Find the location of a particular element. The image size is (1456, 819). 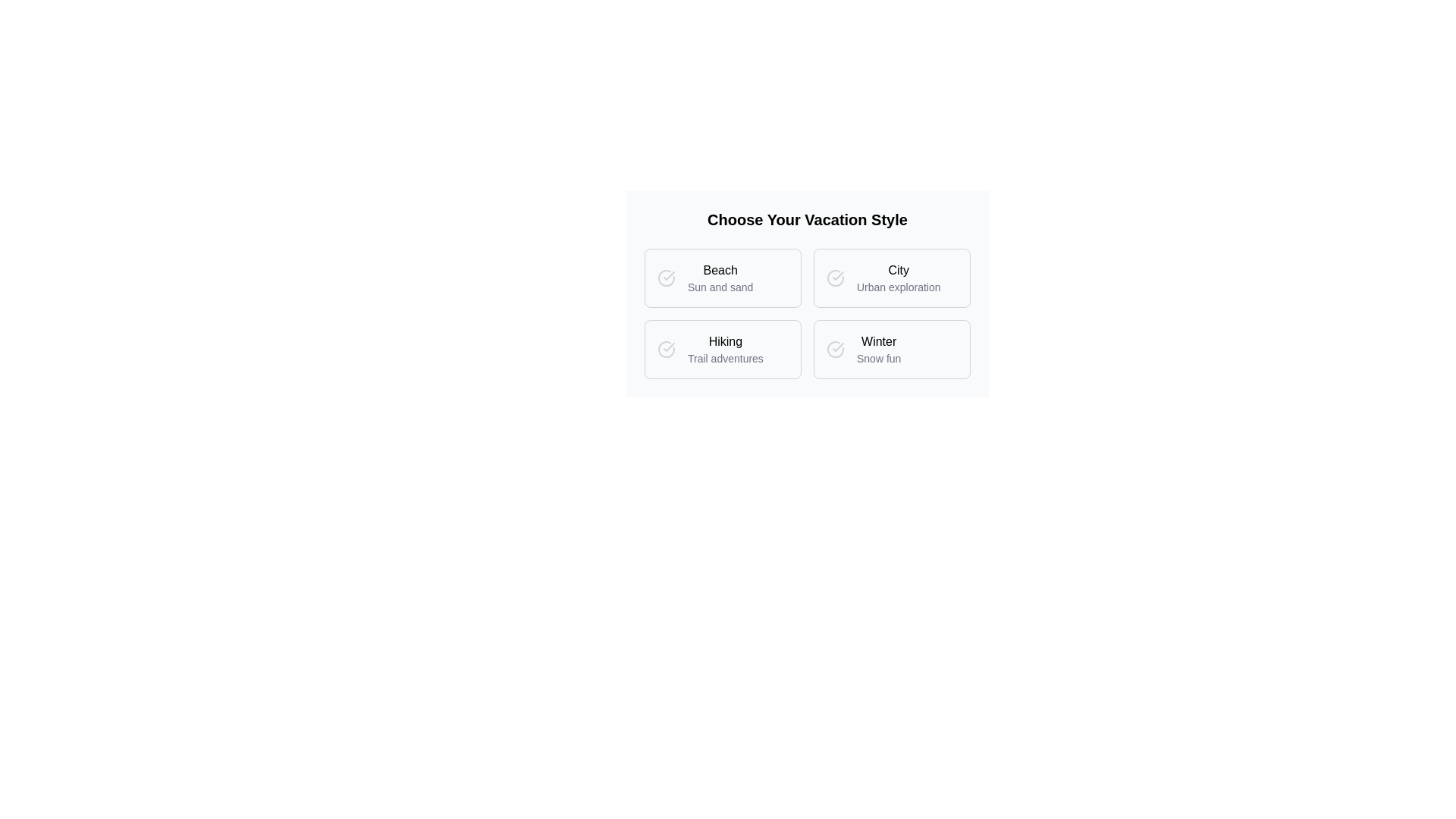

the grid layout containing four distinct vacation style cards, located underneath the title 'Choose Your Vacation Style' is located at coordinates (807, 312).